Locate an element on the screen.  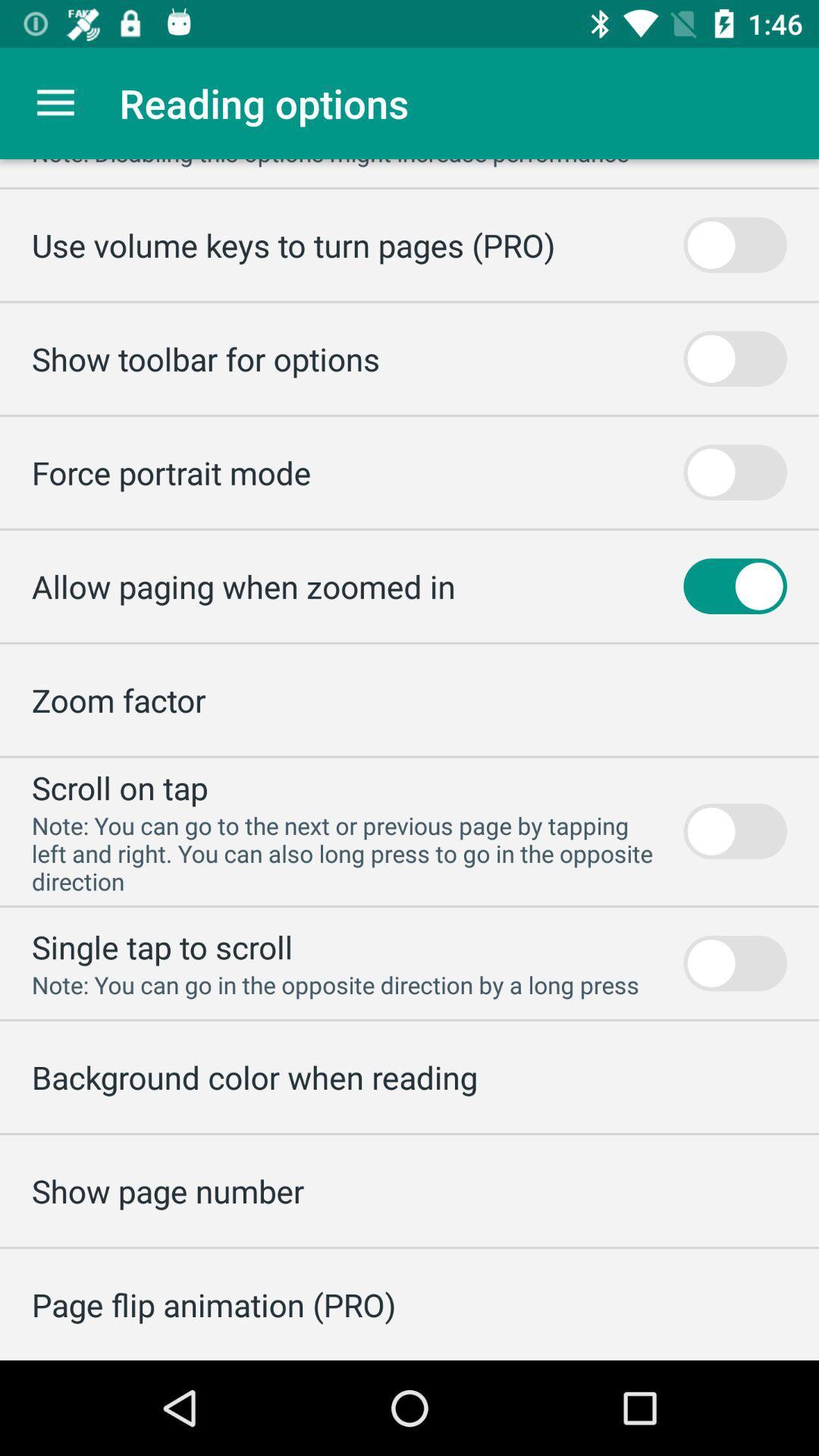
item above zoom factor icon is located at coordinates (243, 585).